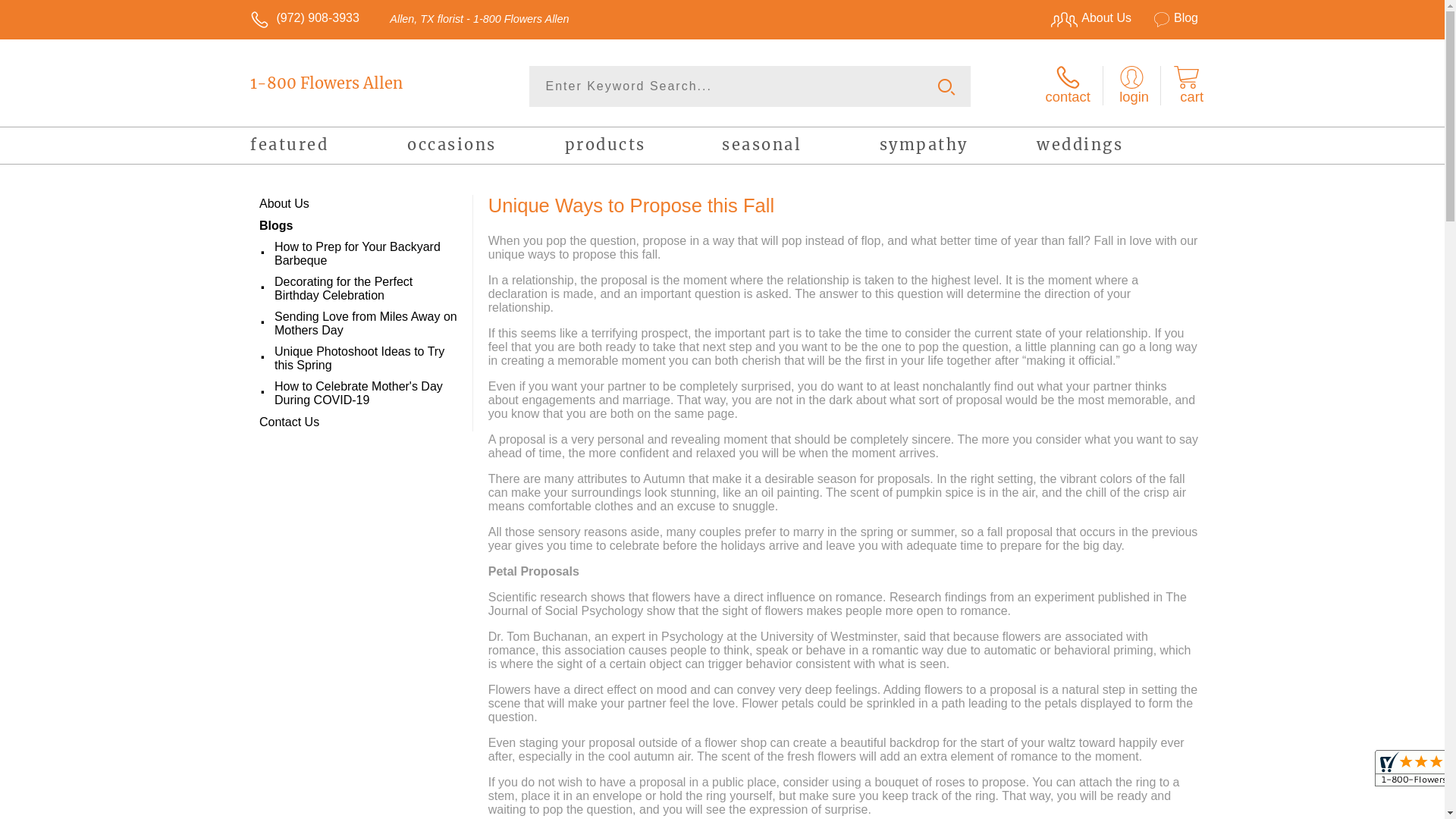 Image resolution: width=1456 pixels, height=819 pixels. What do you see at coordinates (316, 17) in the screenshot?
I see `'(972) 908-3933'` at bounding box center [316, 17].